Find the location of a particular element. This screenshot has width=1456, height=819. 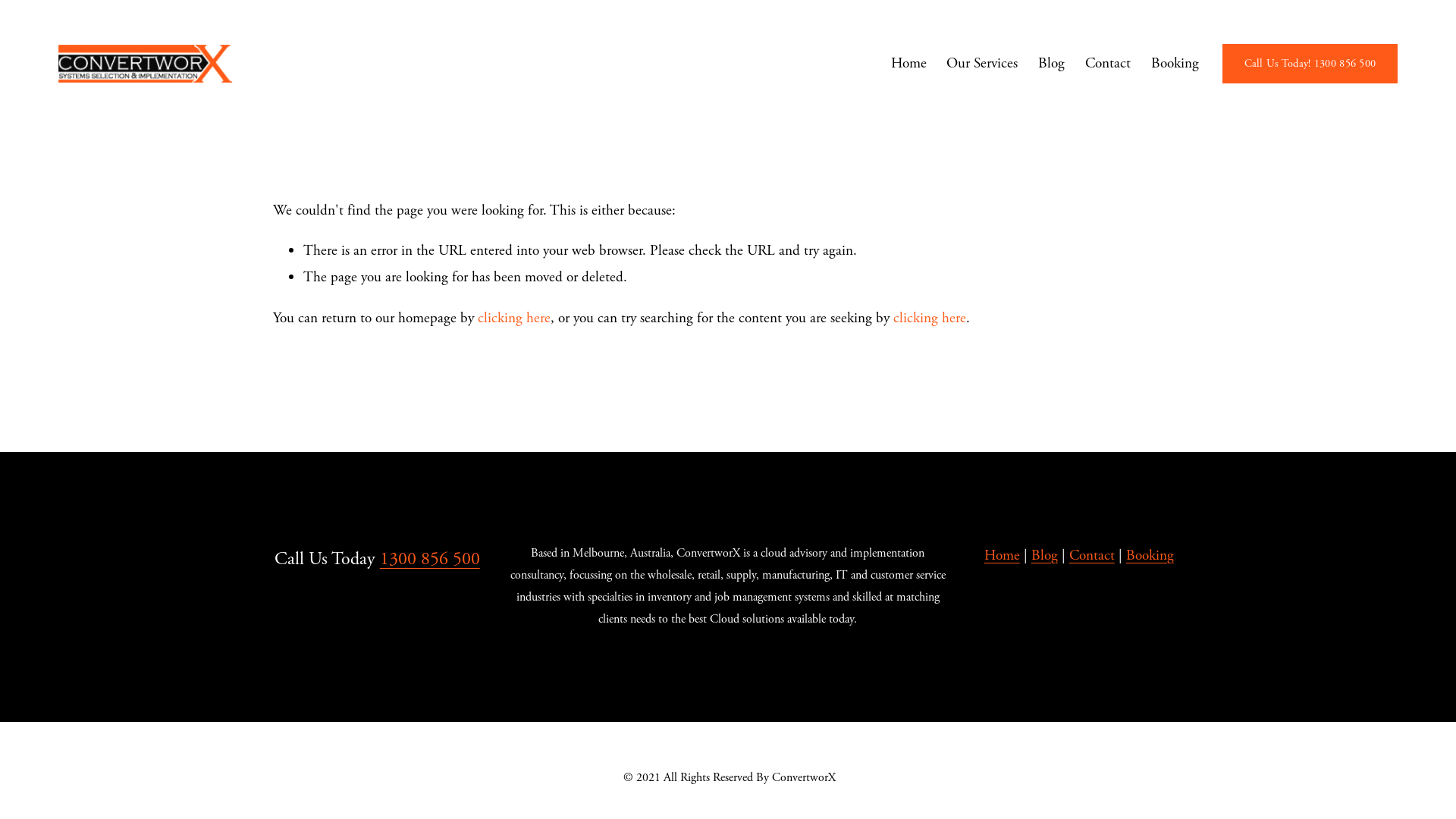

'Our Services' is located at coordinates (946, 63).